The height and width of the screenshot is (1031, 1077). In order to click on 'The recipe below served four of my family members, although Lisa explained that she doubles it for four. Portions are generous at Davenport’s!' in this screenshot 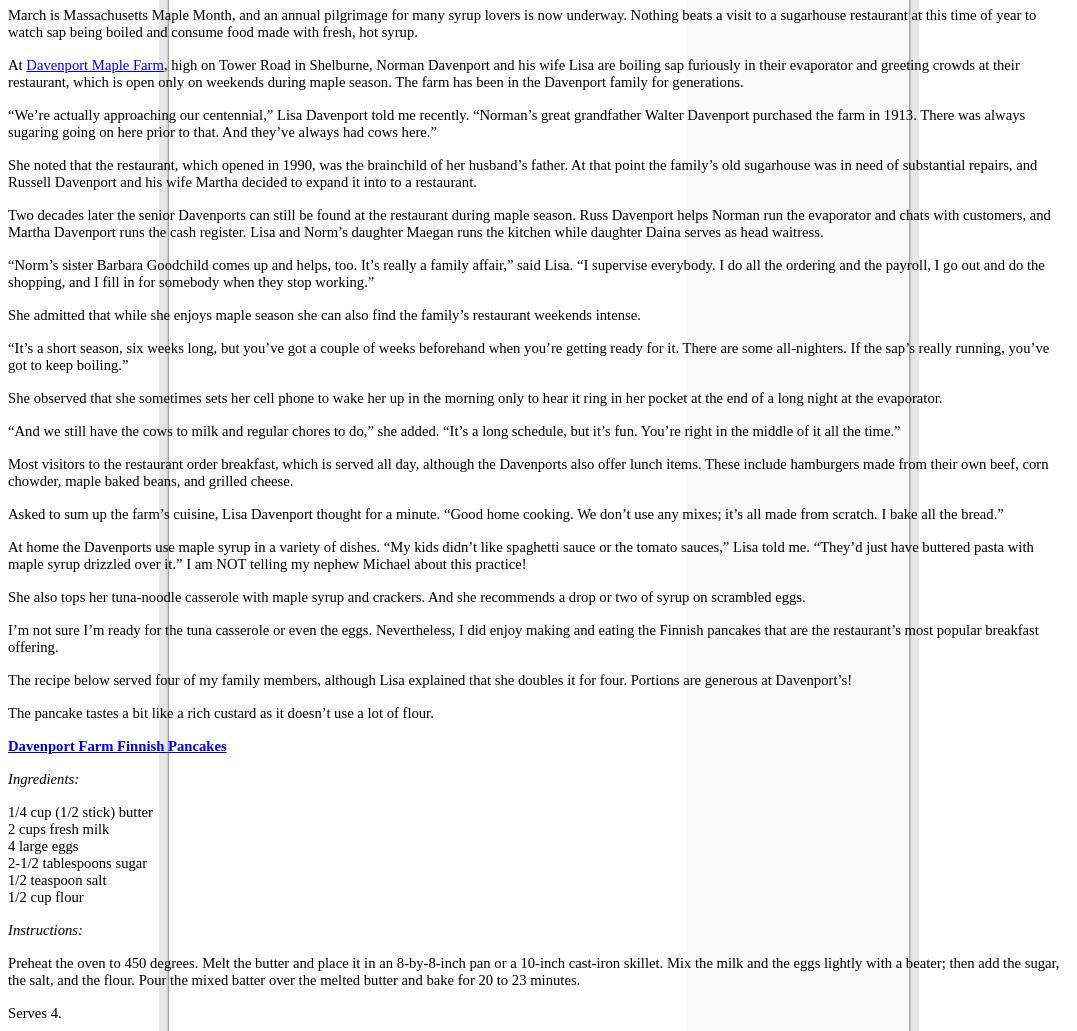, I will do `click(429, 680)`.